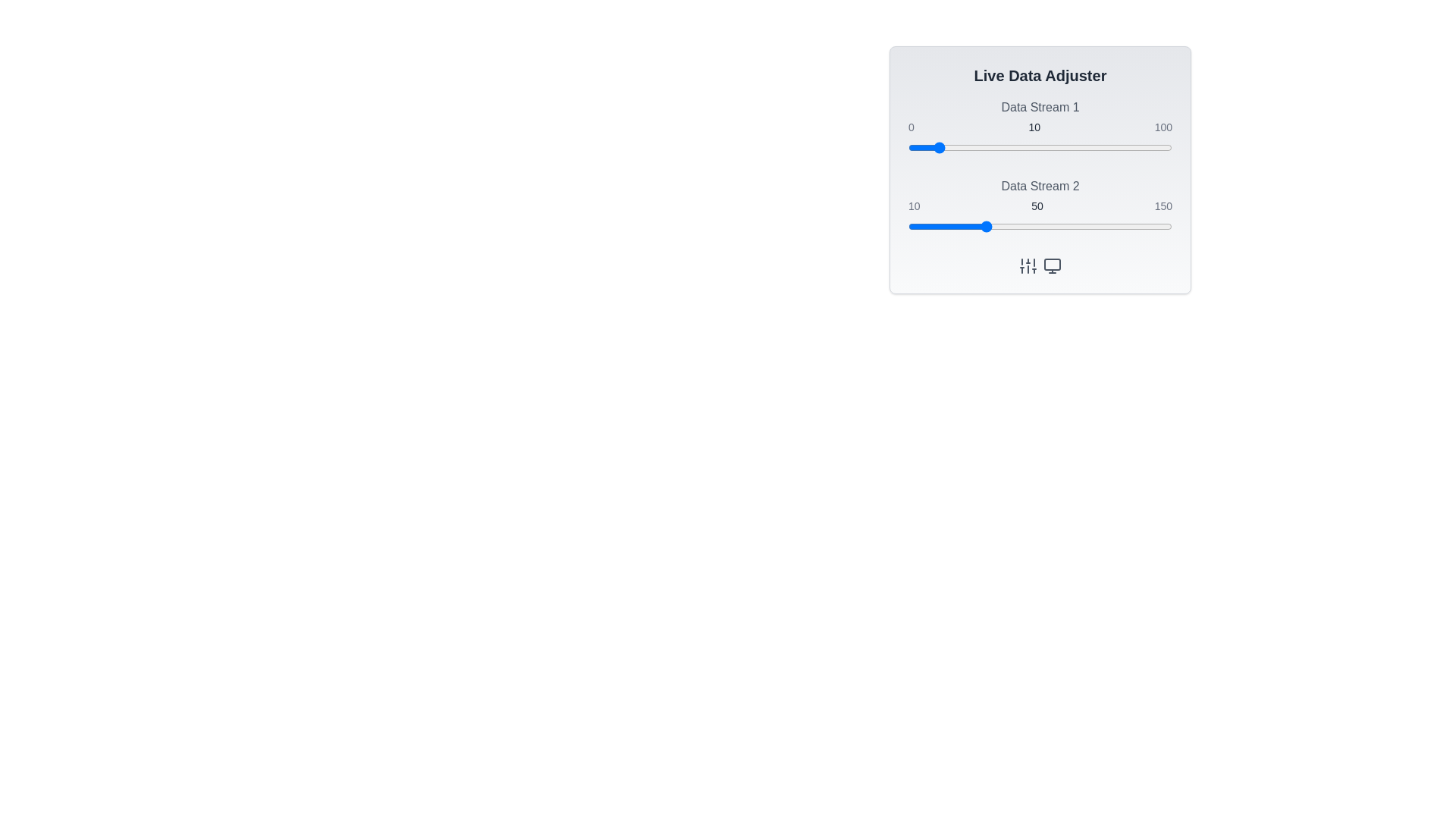 This screenshot has width=1456, height=819. What do you see at coordinates (940, 227) in the screenshot?
I see `the slider value` at bounding box center [940, 227].